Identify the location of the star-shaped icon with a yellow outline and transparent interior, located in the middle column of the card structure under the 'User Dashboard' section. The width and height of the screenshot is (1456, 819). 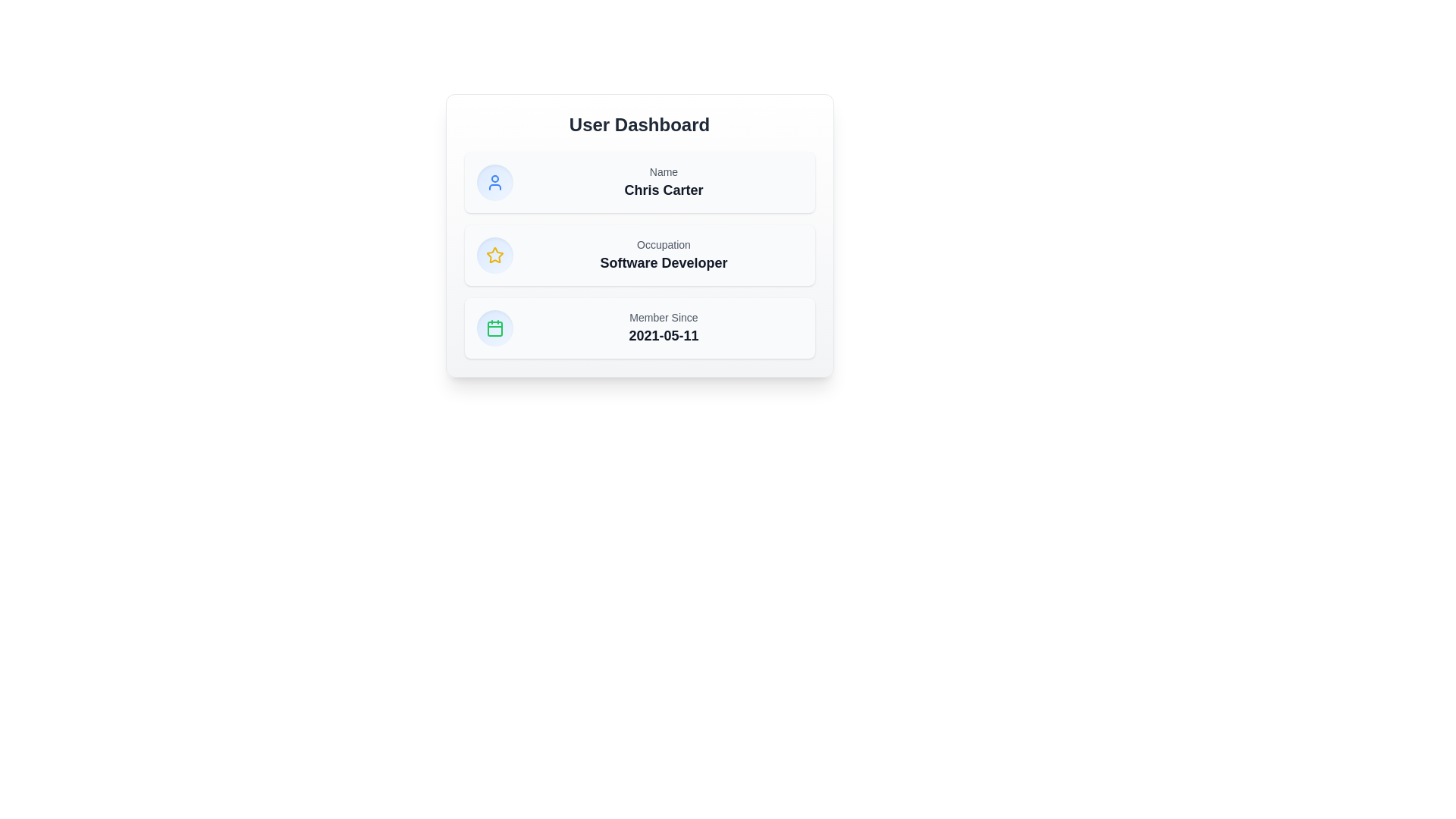
(494, 254).